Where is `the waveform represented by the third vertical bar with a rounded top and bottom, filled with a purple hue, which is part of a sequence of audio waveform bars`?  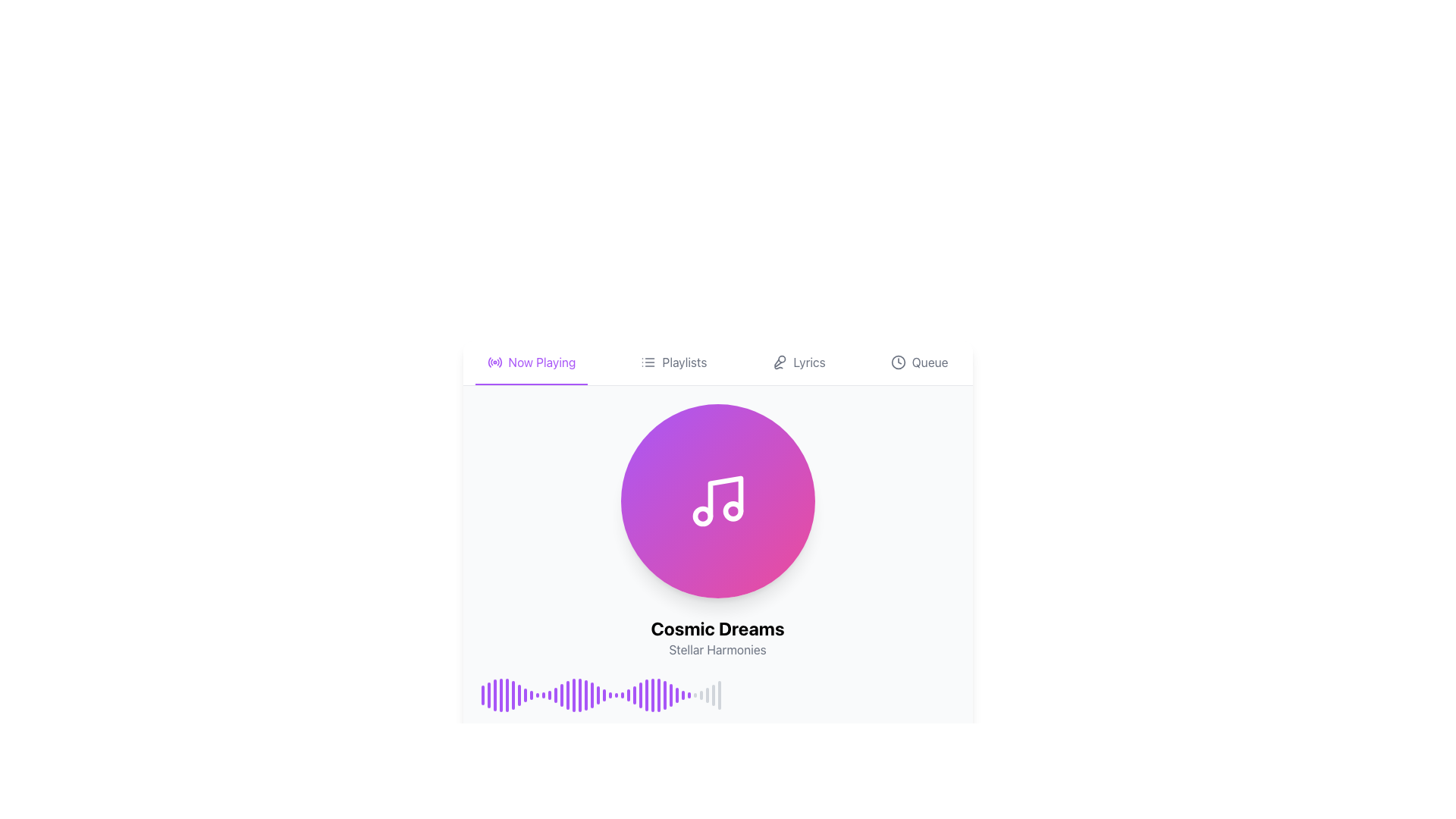 the waveform represented by the third vertical bar with a rounded top and bottom, filled with a purple hue, which is part of a sequence of audio waveform bars is located at coordinates (494, 695).